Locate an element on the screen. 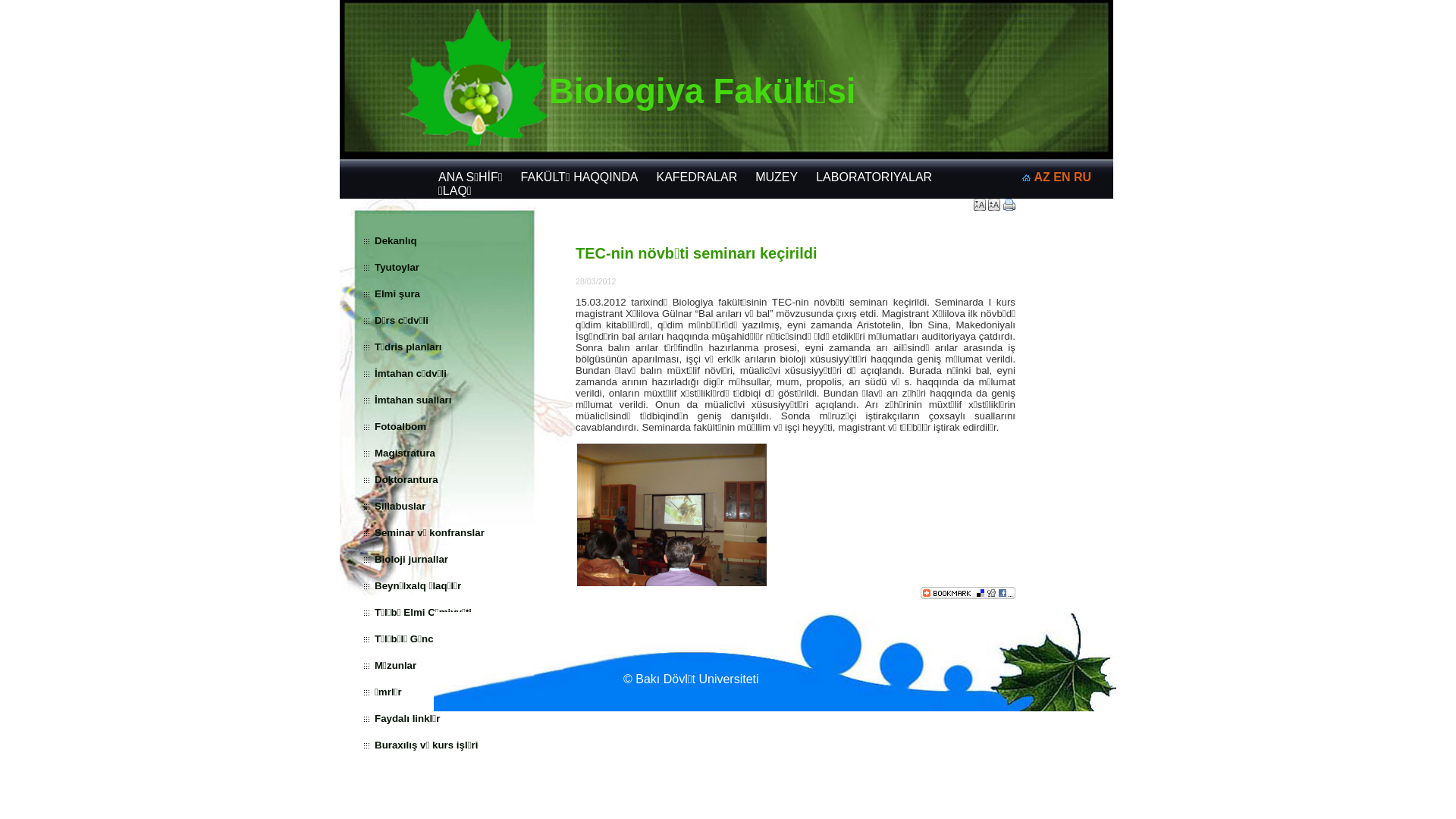  'RU' is located at coordinates (1081, 176).